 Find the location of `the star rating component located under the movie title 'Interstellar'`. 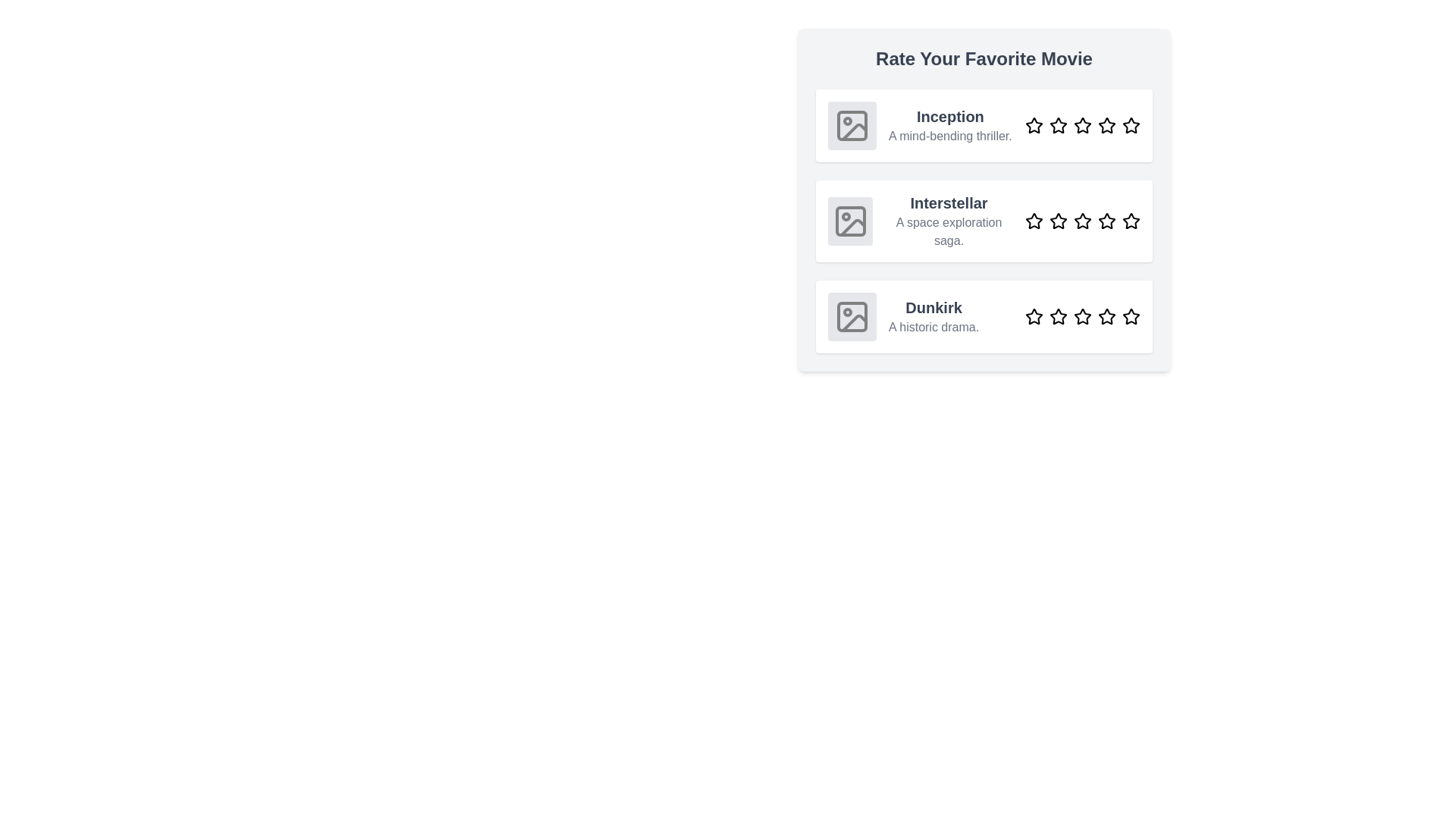

the star rating component located under the movie title 'Interstellar' is located at coordinates (1082, 221).